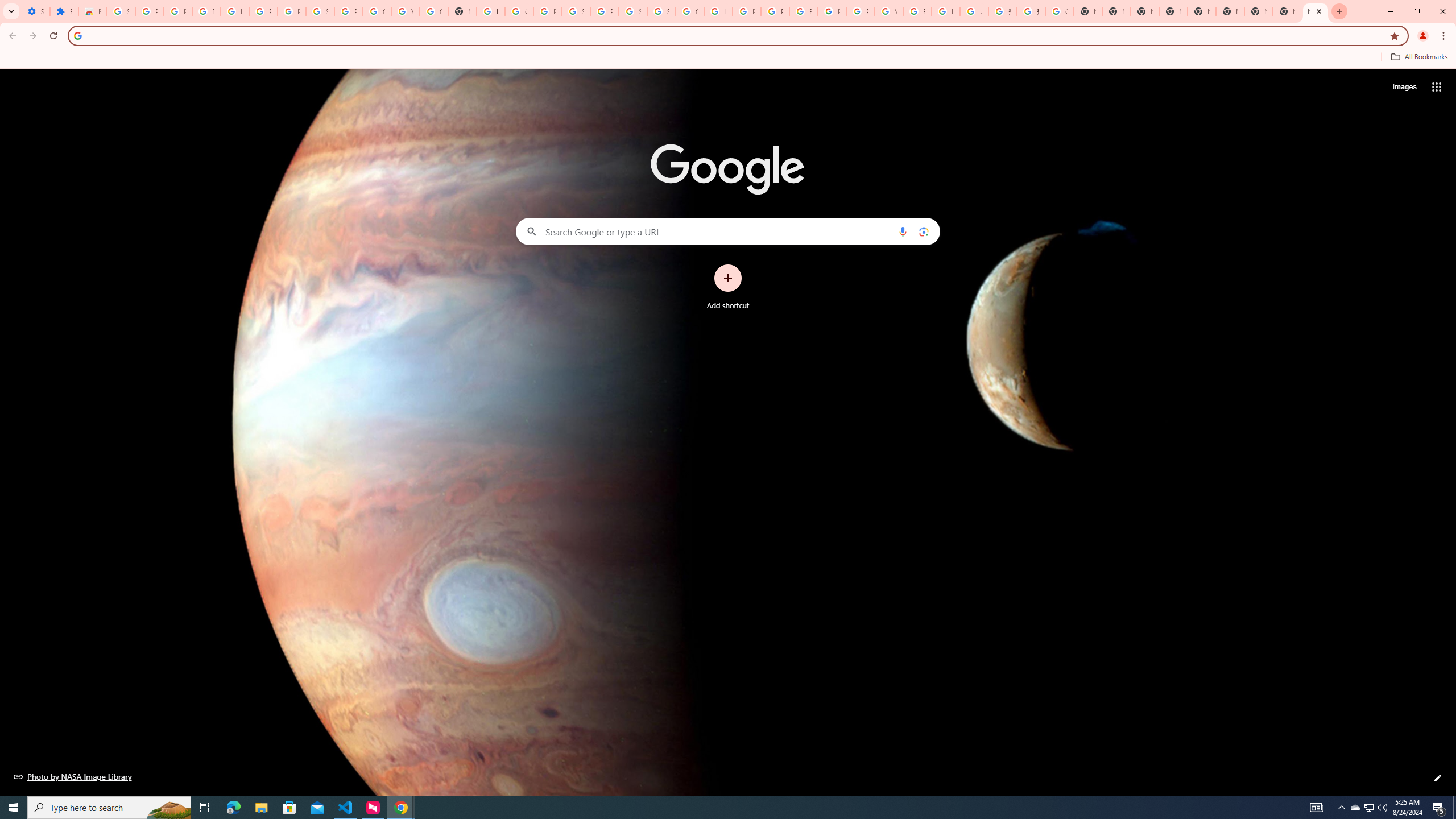  What do you see at coordinates (32, 35) in the screenshot?
I see `'Forward'` at bounding box center [32, 35].